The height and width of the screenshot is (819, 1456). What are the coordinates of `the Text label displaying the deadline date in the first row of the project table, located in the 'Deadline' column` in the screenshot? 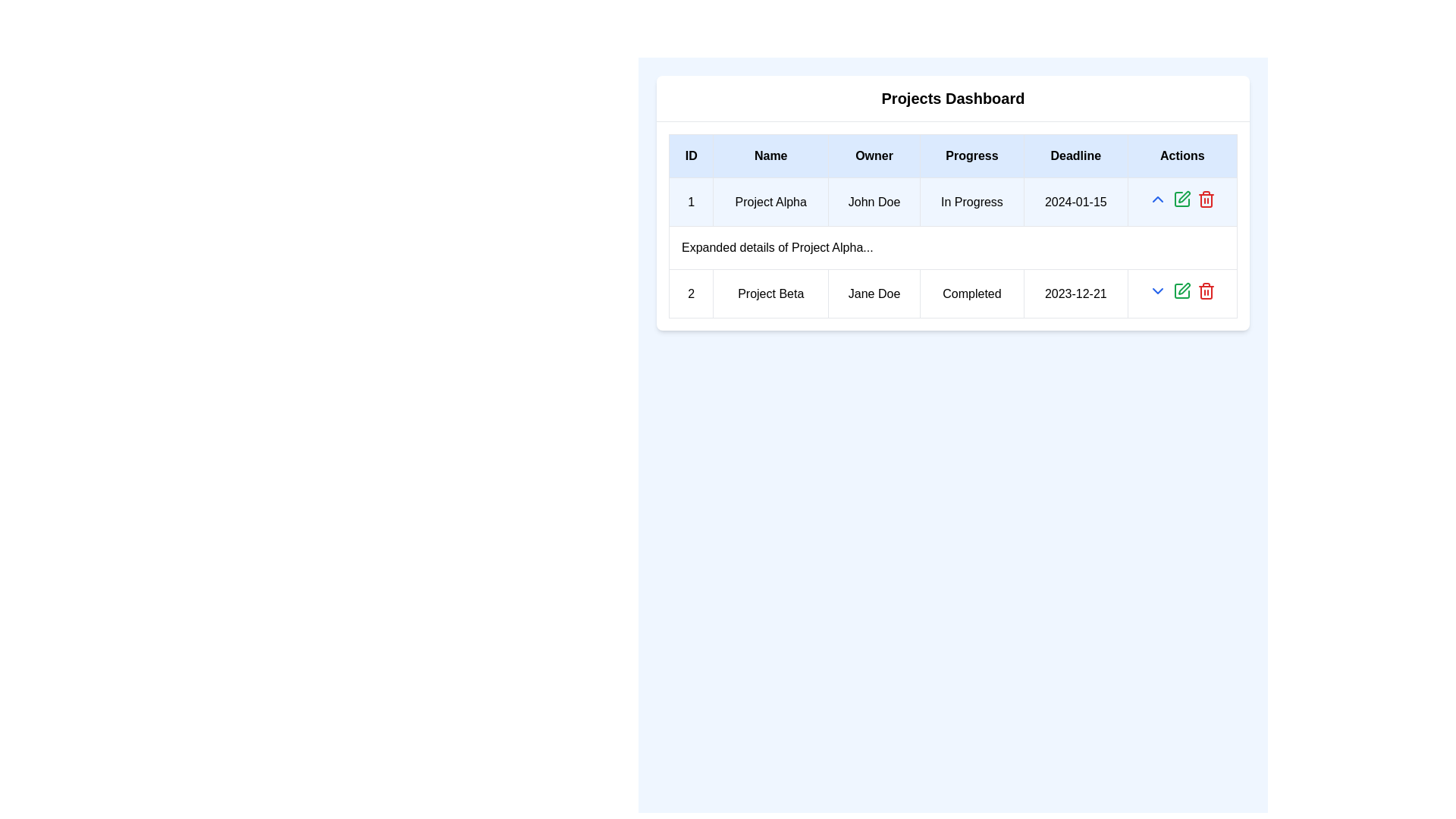 It's located at (1075, 201).